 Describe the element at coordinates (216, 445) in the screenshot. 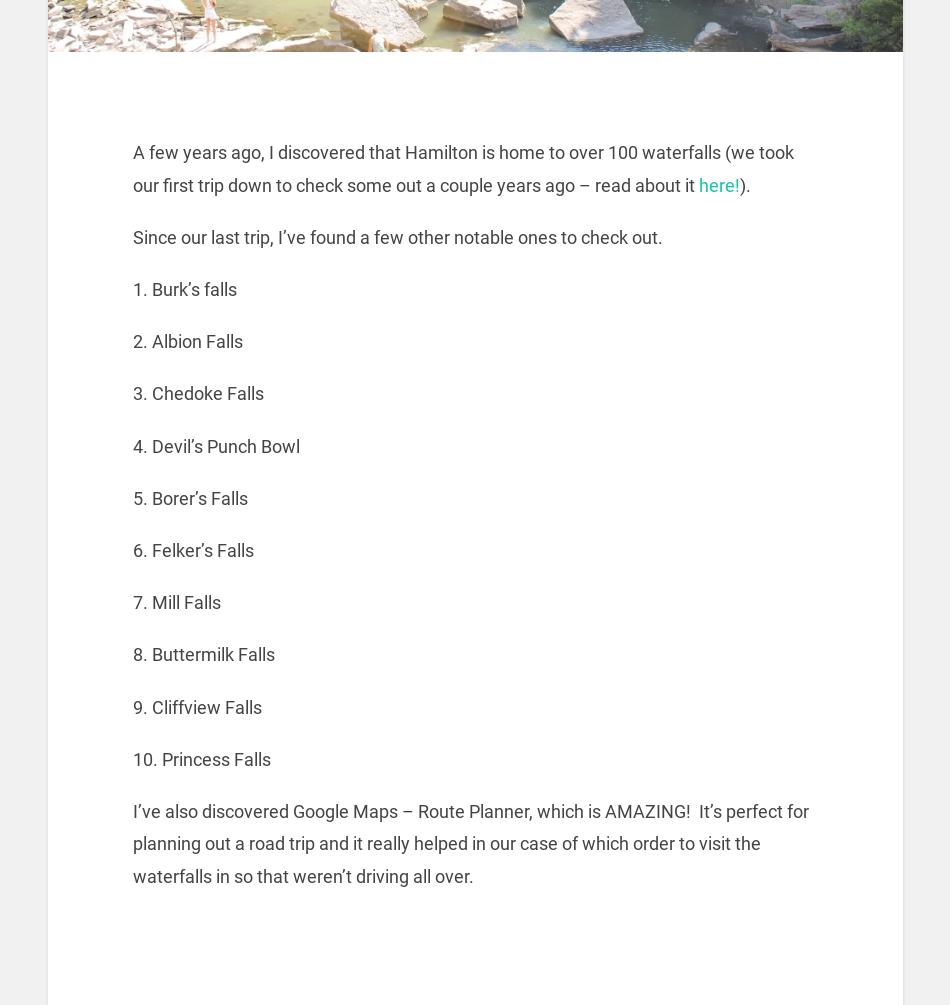

I see `'4. Devil’s Punch Bowl'` at that location.